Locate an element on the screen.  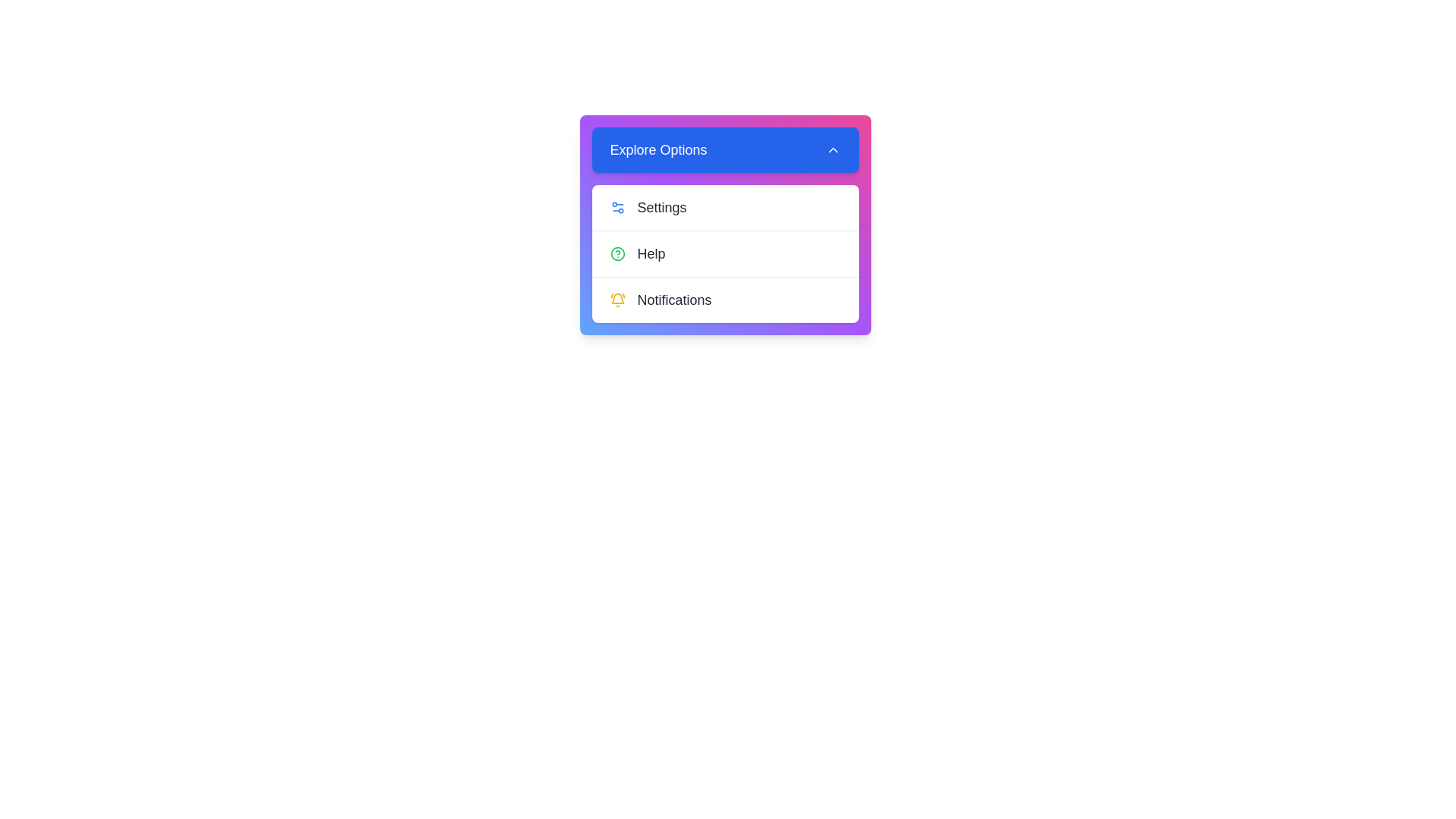
the 'Explore Options' button to toggle the menu is located at coordinates (724, 149).